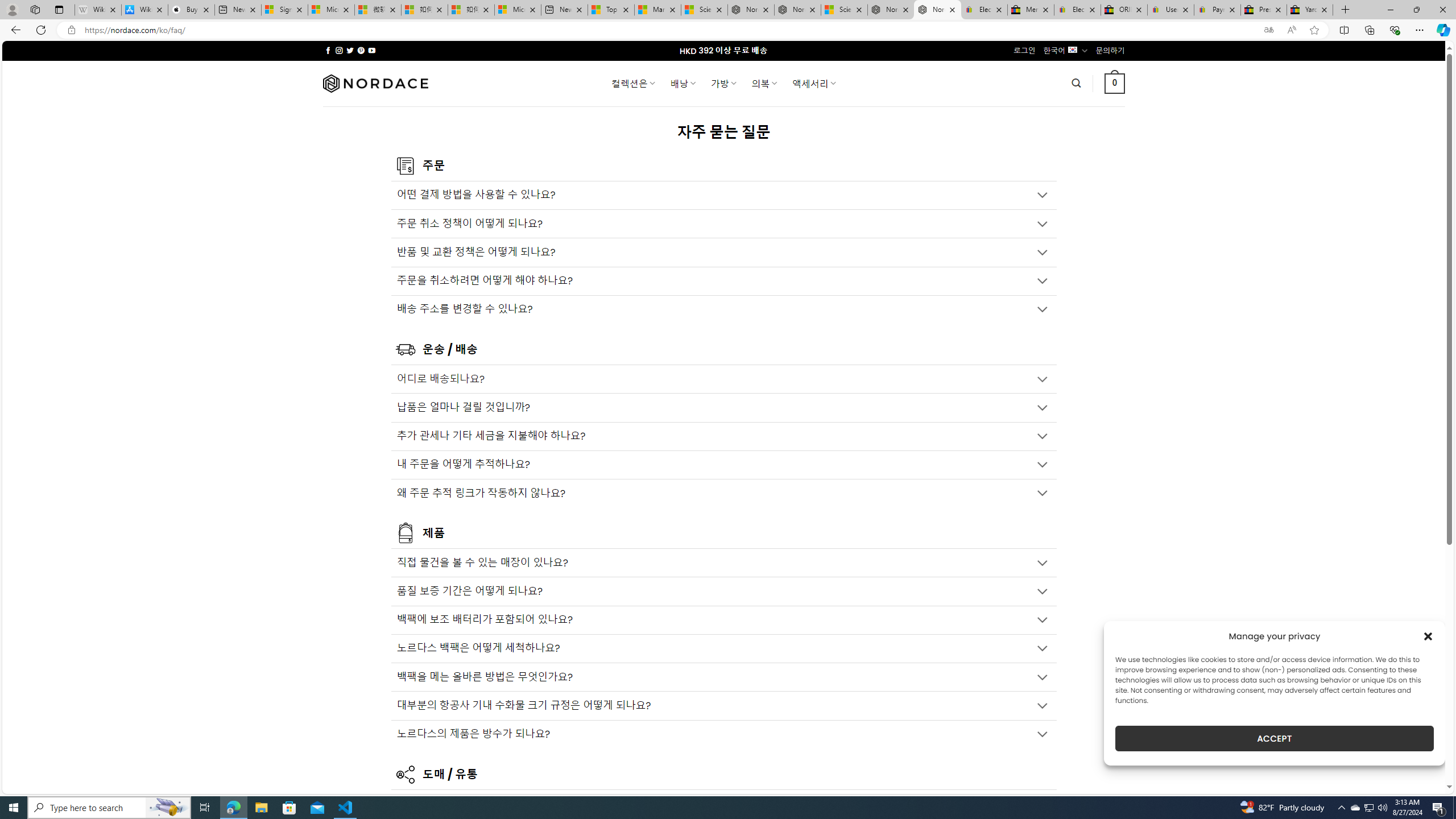 The width and height of the screenshot is (1456, 819). Describe the element at coordinates (1115, 82) in the screenshot. I see `'  0  '` at that location.